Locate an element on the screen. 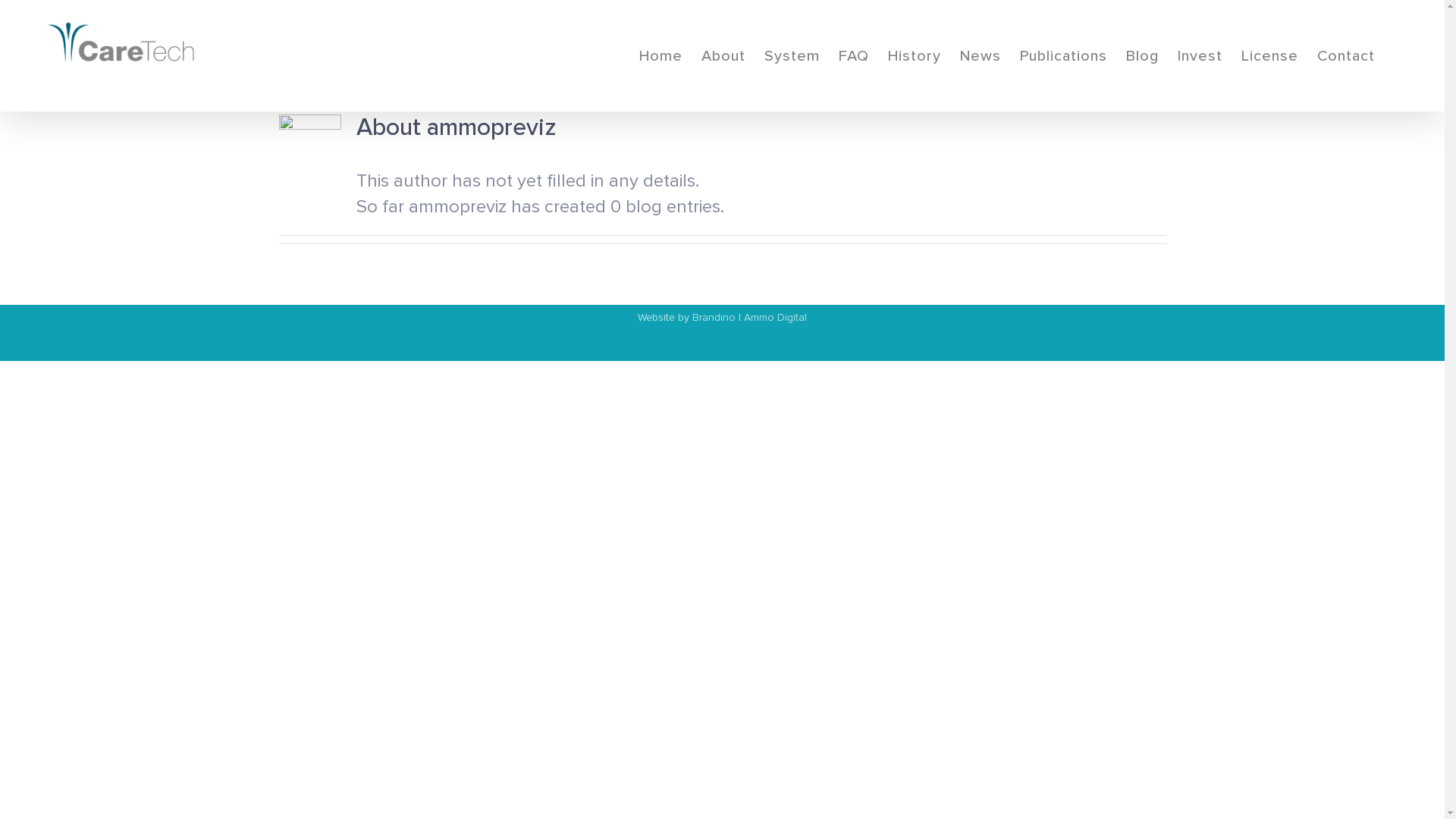 The height and width of the screenshot is (819, 1456). 'Blog' is located at coordinates (1125, 55).